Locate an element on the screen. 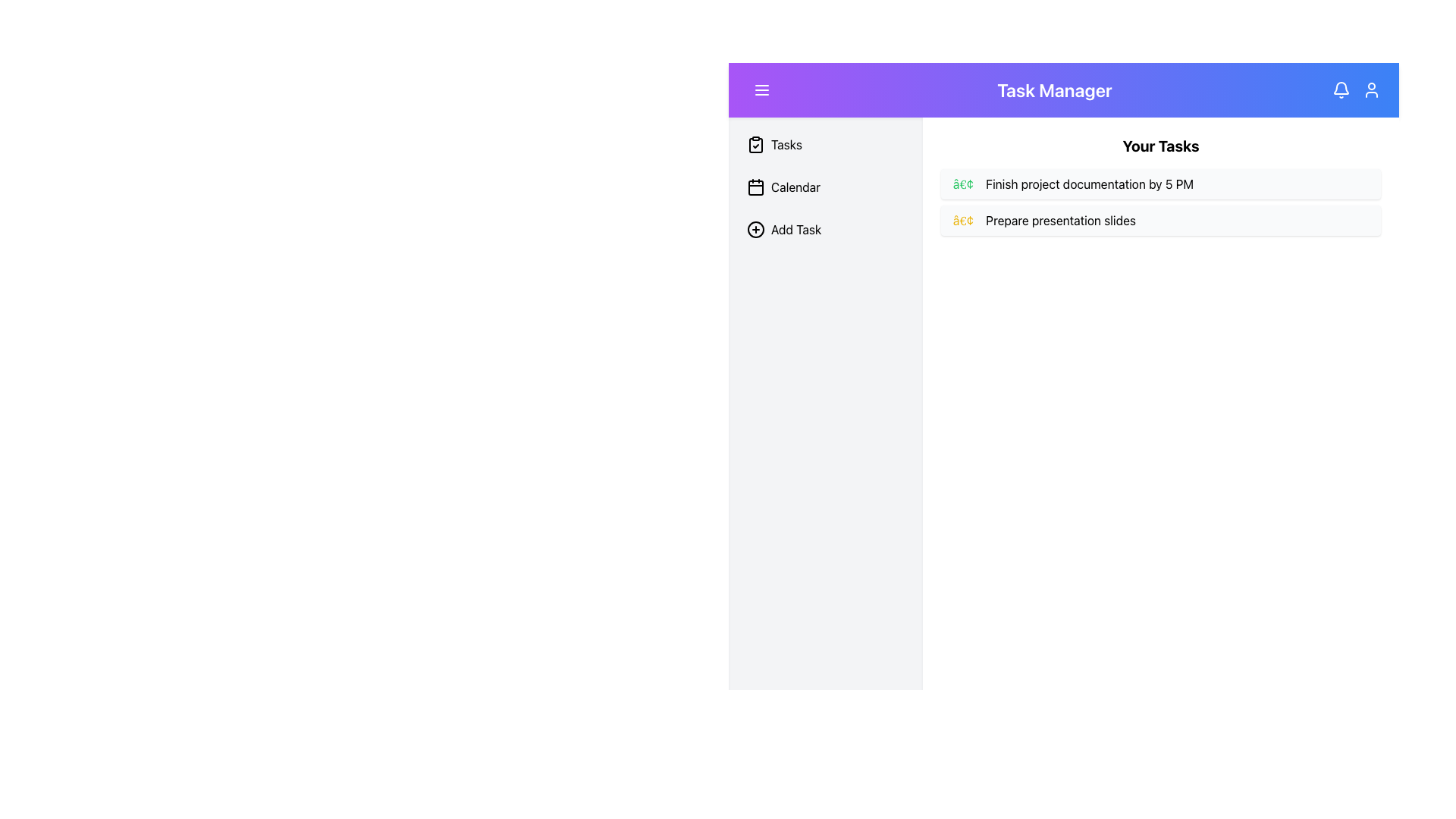  the task management icon located at the top of the vertical navigation menu, next to the 'Tasks' label is located at coordinates (756, 145).